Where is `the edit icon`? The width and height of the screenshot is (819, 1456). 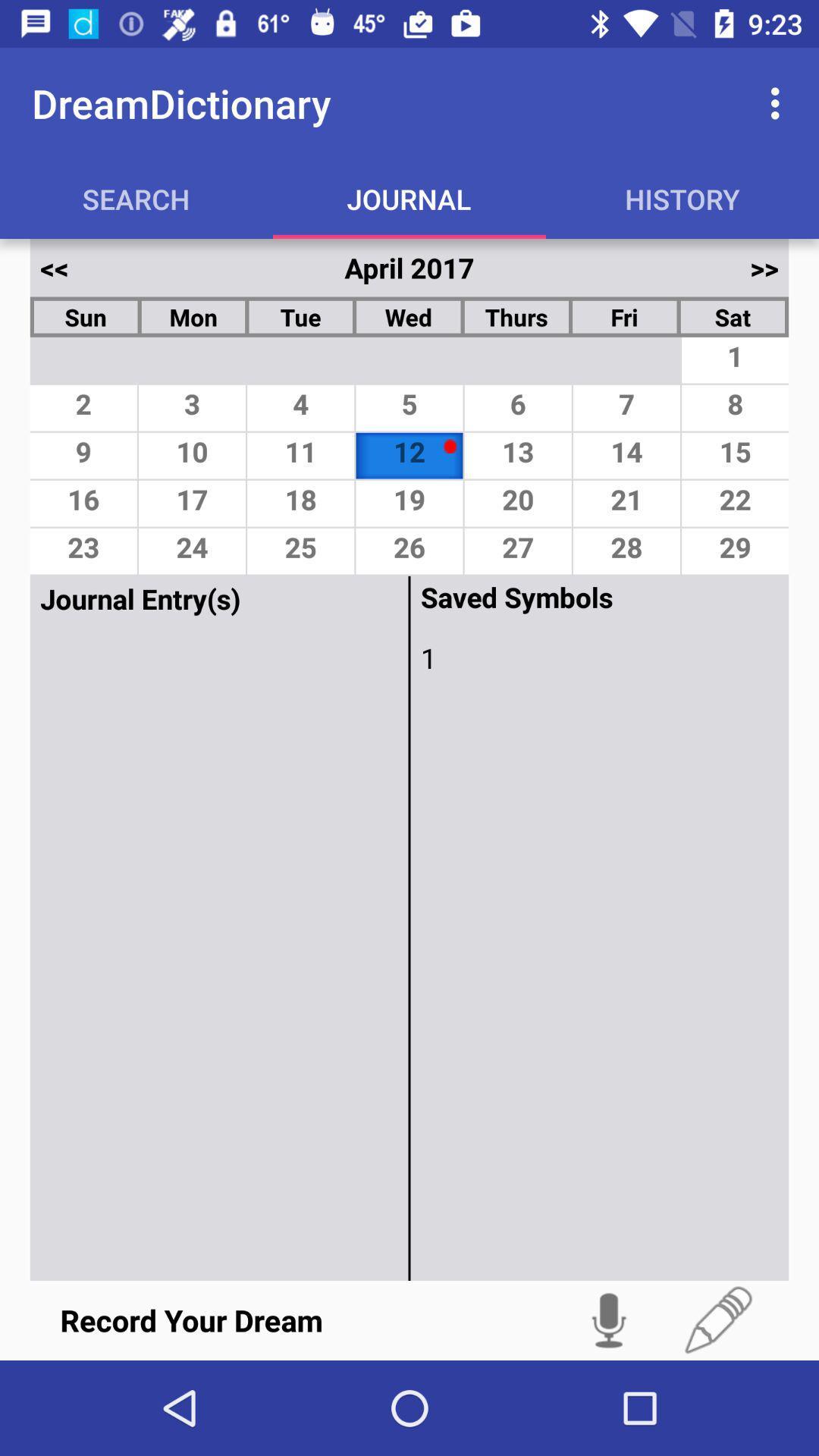
the edit icon is located at coordinates (718, 1319).